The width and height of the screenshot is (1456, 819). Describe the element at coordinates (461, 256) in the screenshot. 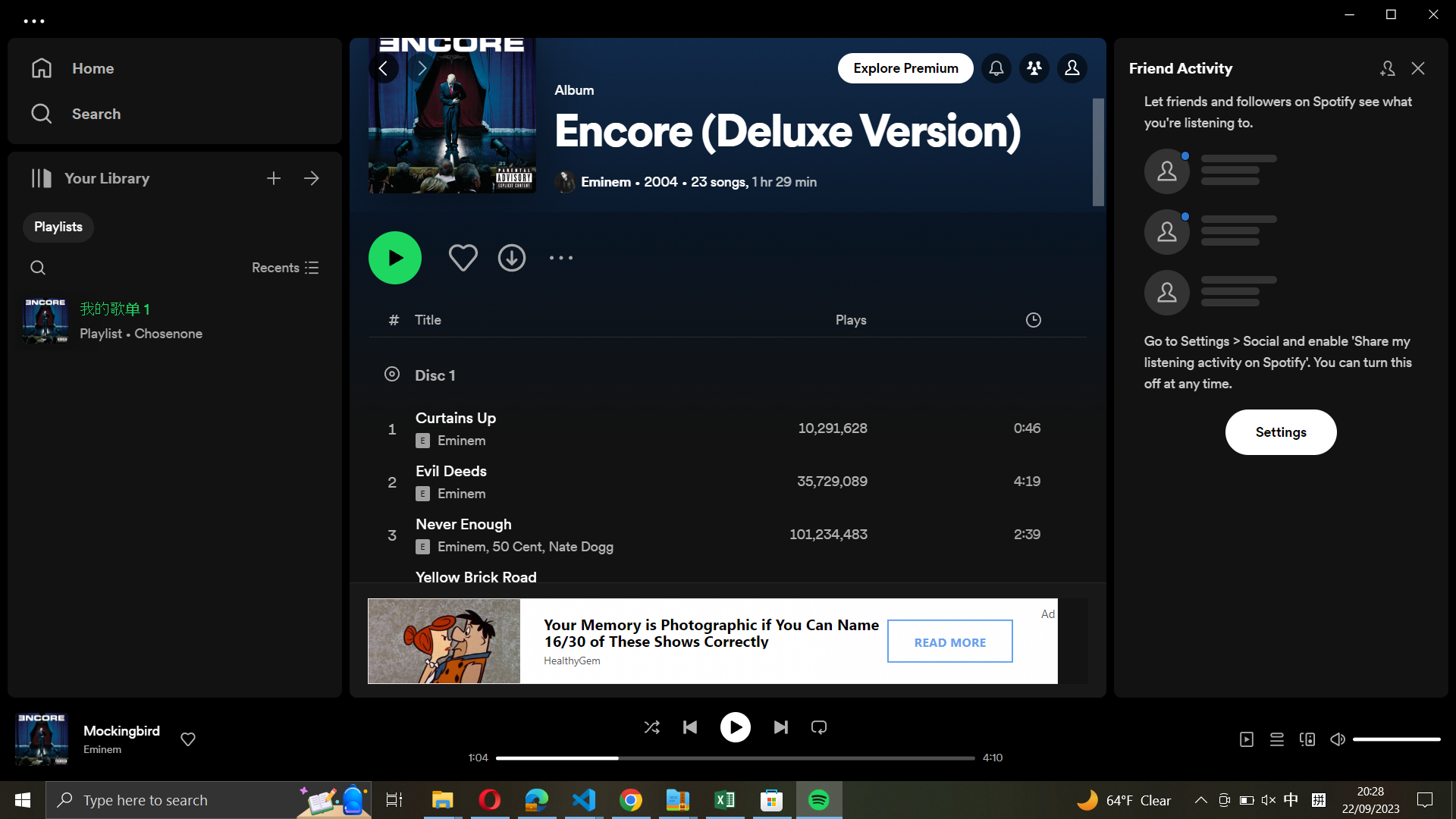

I see `Like the playlist` at that location.